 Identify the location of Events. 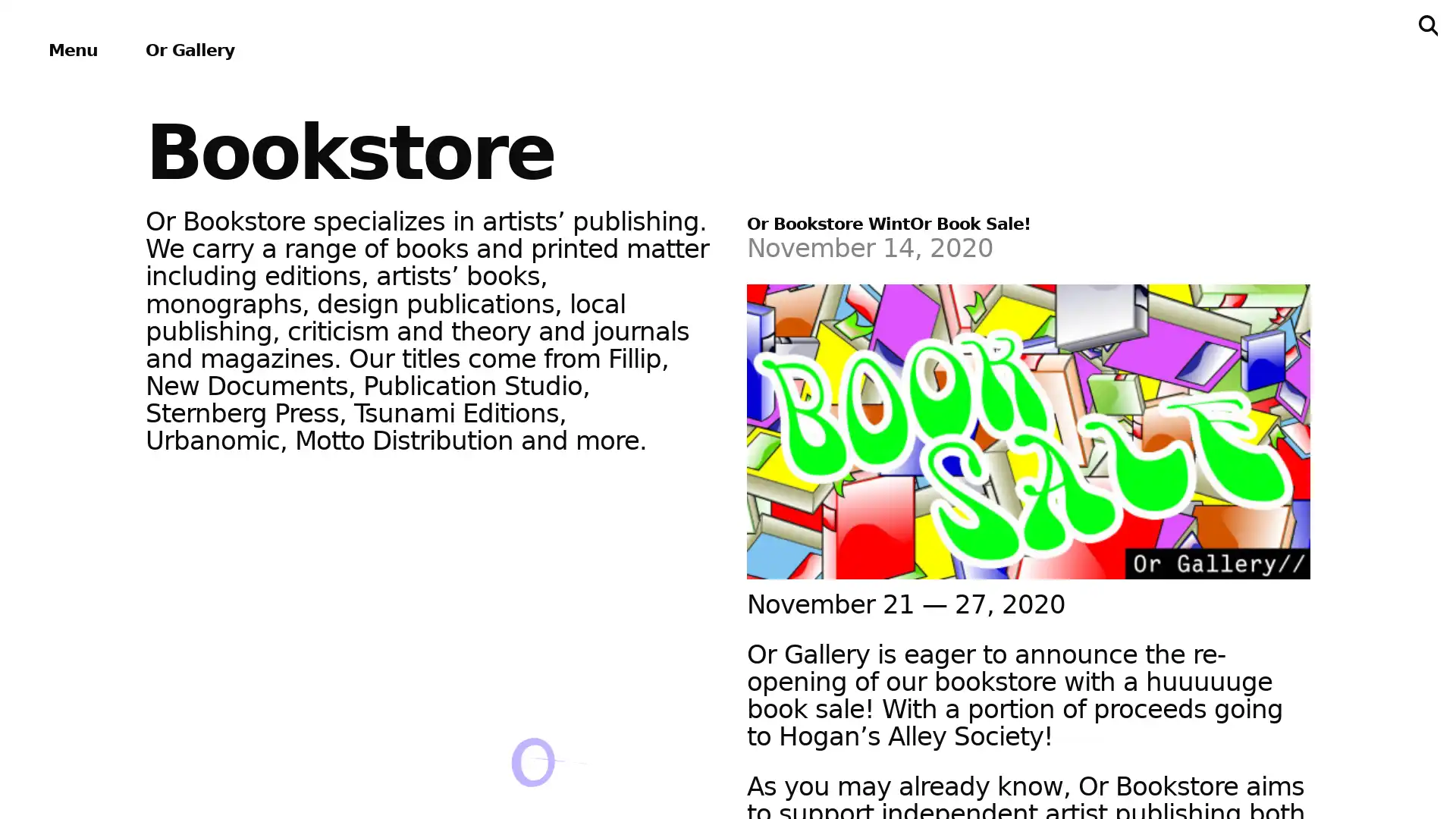
(329, 241).